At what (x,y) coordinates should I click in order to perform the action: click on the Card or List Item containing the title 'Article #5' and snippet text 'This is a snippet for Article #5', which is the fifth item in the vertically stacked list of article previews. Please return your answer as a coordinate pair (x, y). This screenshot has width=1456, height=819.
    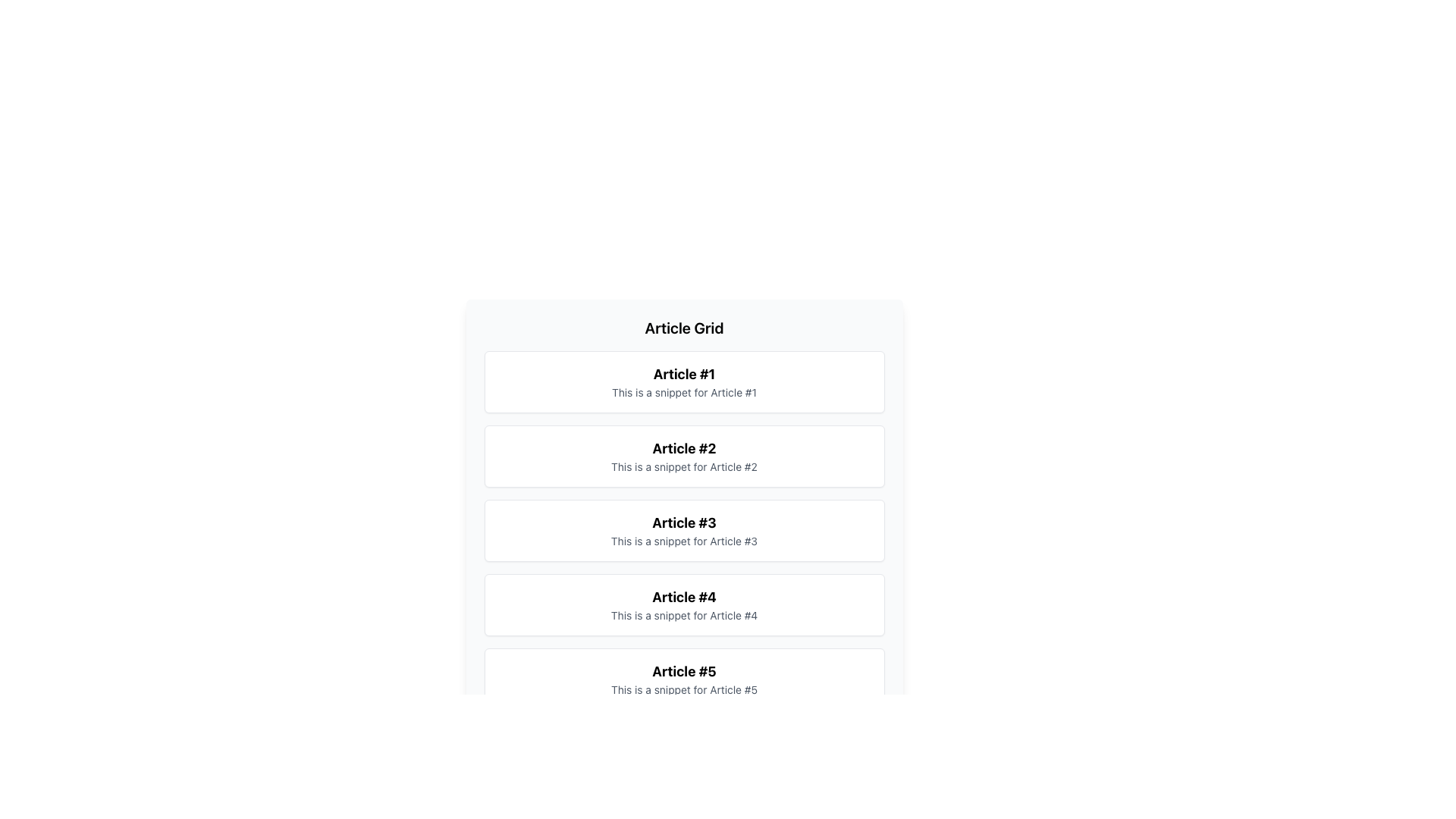
    Looking at the image, I should click on (683, 678).